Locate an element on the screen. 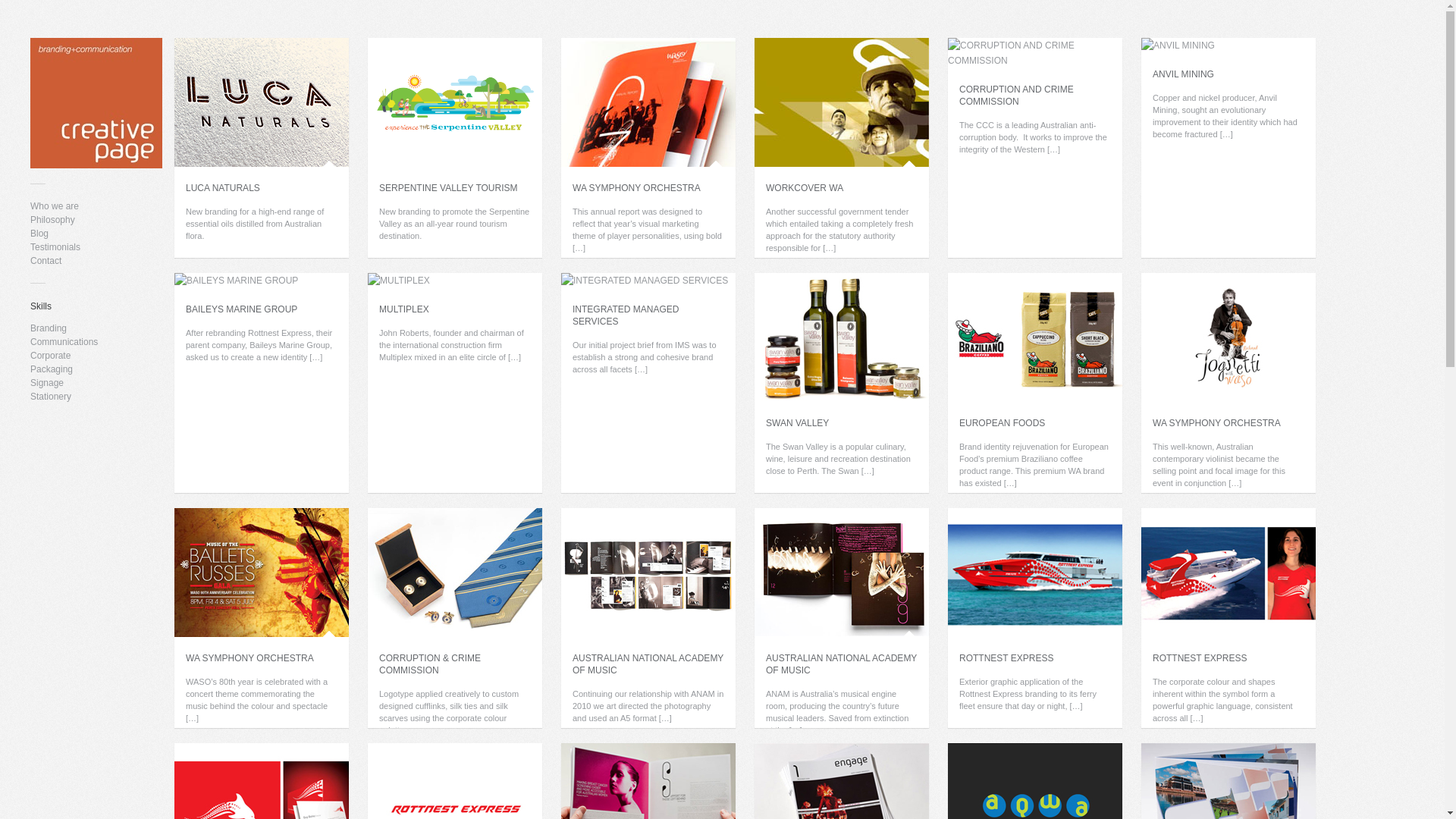 This screenshot has width=1456, height=819. 'SERPENTINE VALLEY TOURISM' is located at coordinates (447, 187).